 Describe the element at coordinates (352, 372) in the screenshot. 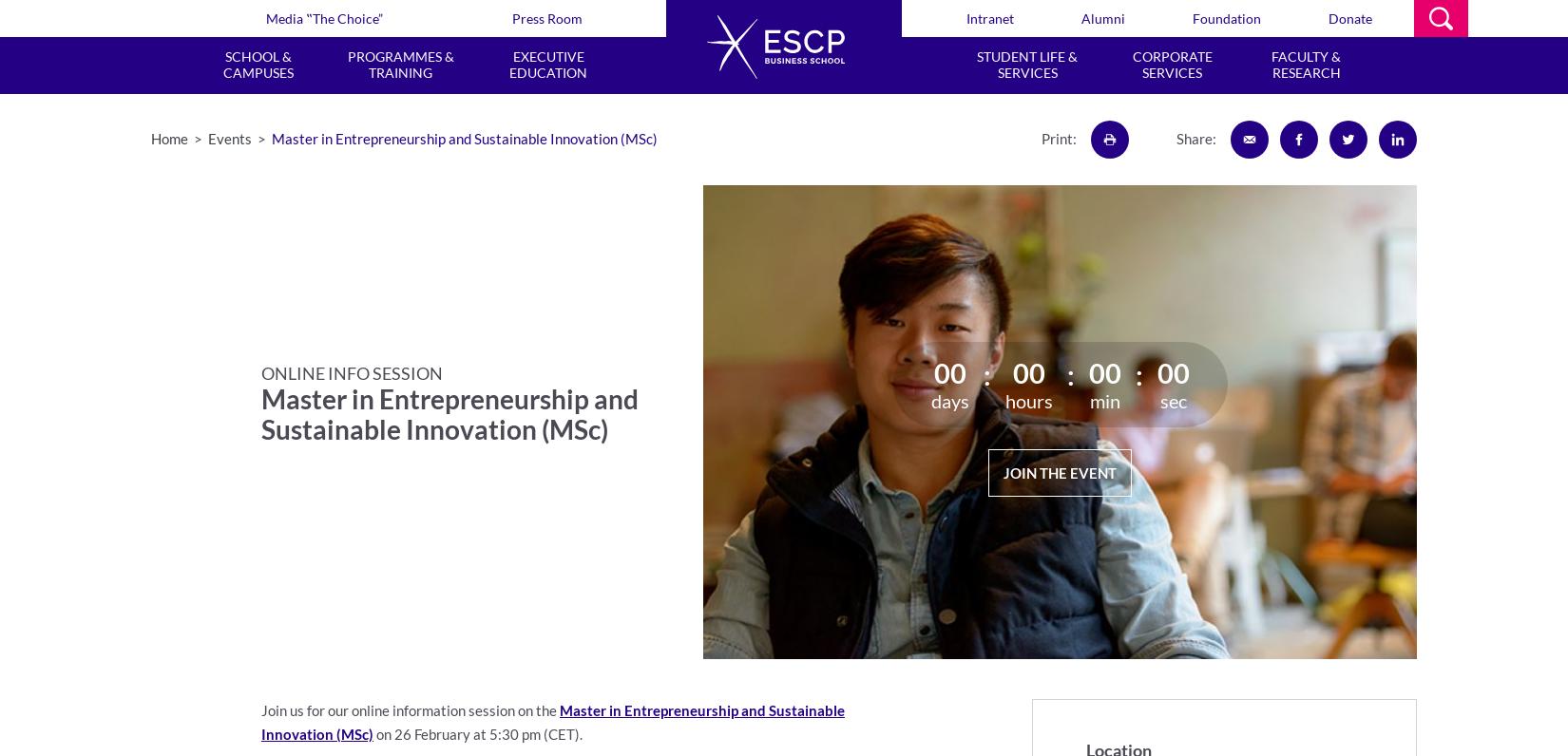

I see `'ONLINE INFO SESSION'` at that location.